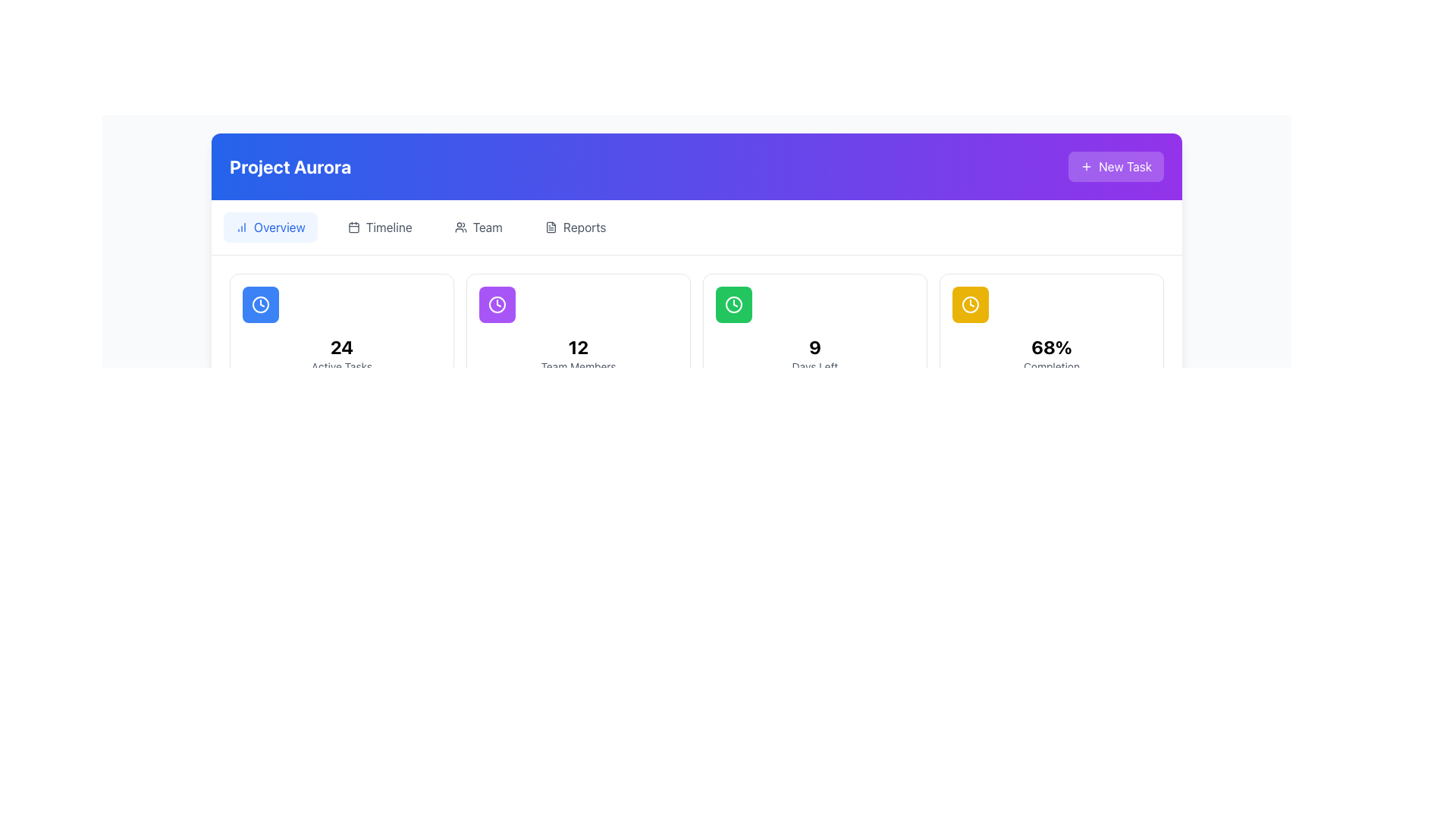  What do you see at coordinates (460, 227) in the screenshot?
I see `the user group icon located to the left of the 'Team' label in the navigation area` at bounding box center [460, 227].